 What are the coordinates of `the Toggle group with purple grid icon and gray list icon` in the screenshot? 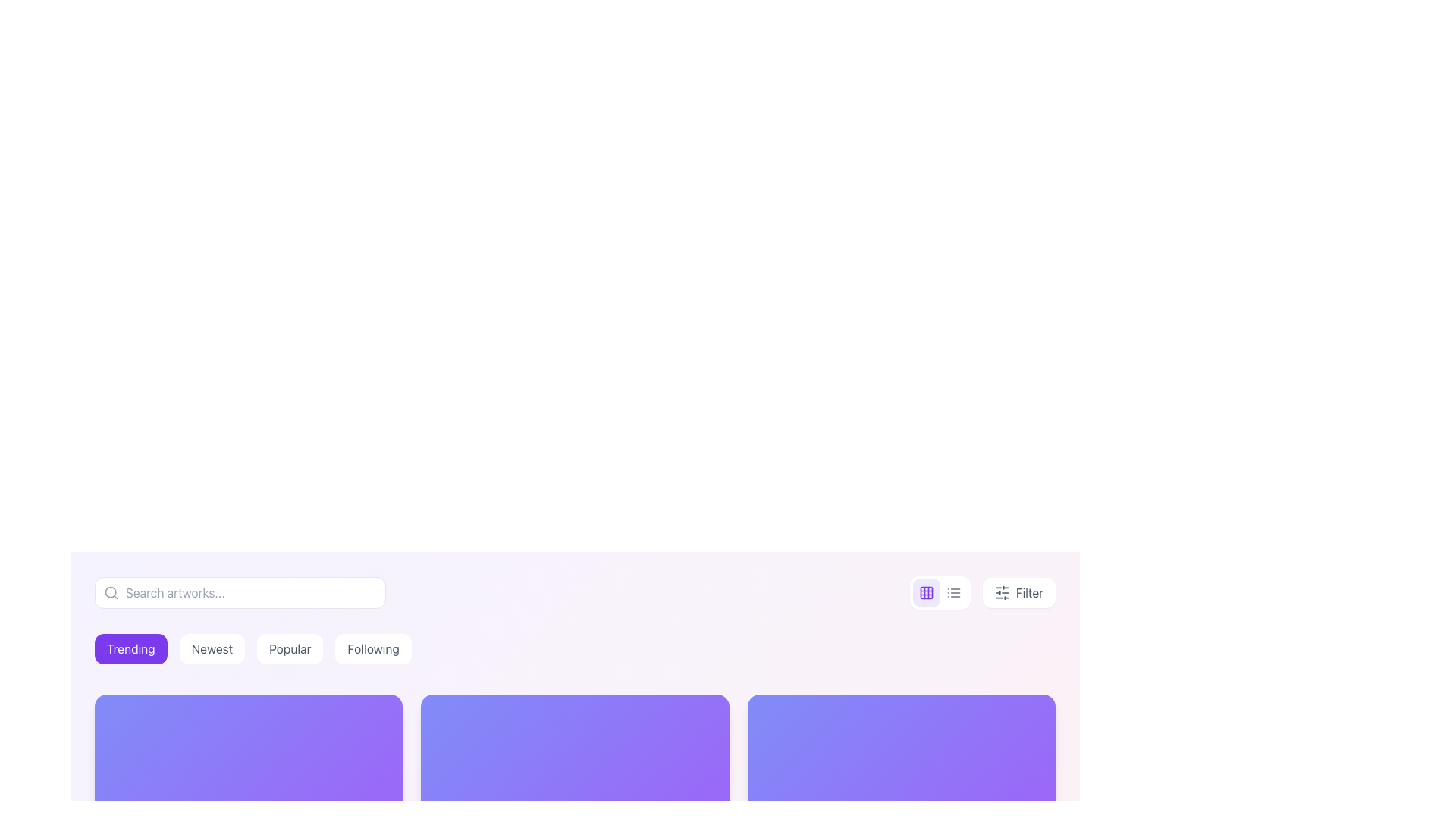 It's located at (939, 592).